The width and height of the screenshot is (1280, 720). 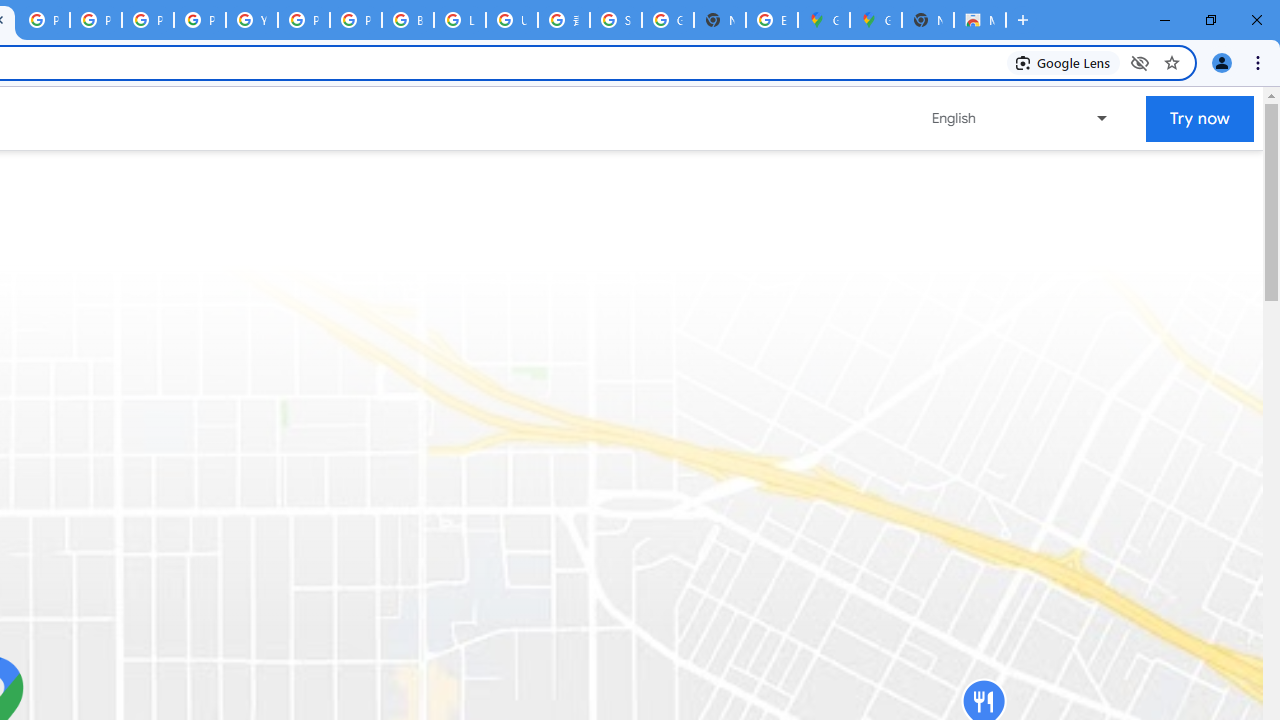 I want to click on 'Search with Google Lens', so click(x=1062, y=61).